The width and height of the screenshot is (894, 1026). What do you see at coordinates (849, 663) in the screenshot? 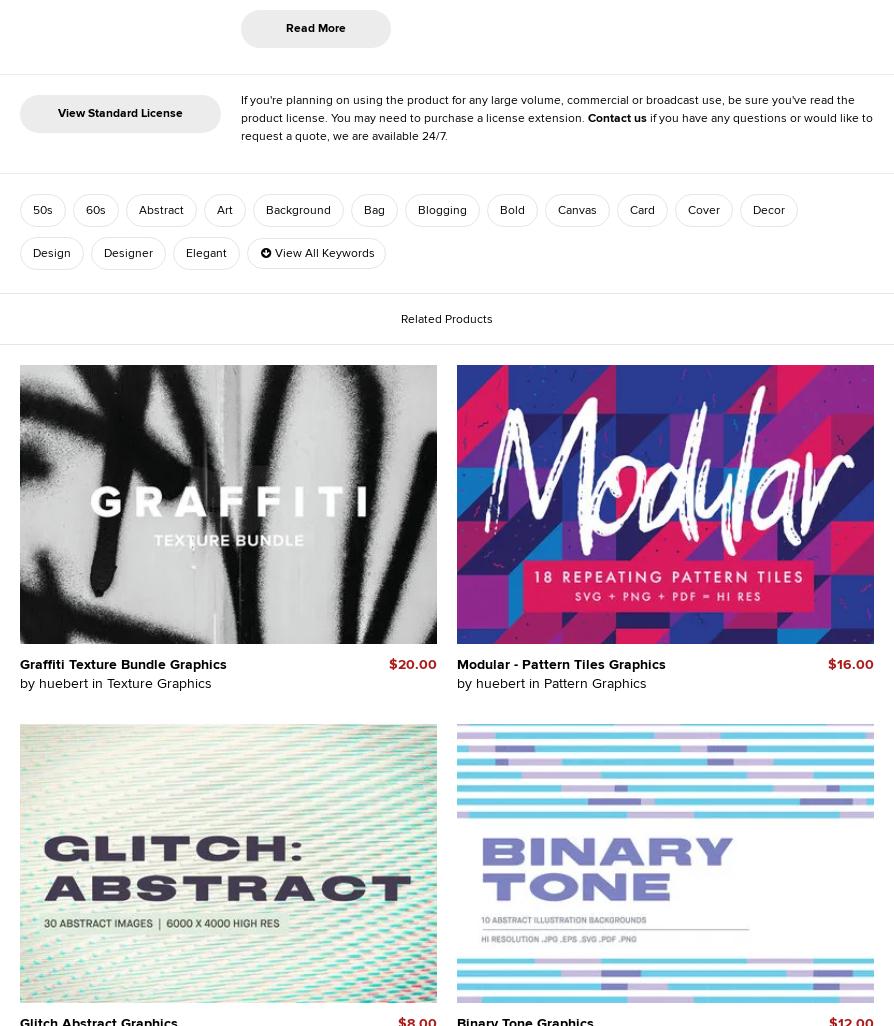
I see `'$16.00'` at bounding box center [849, 663].